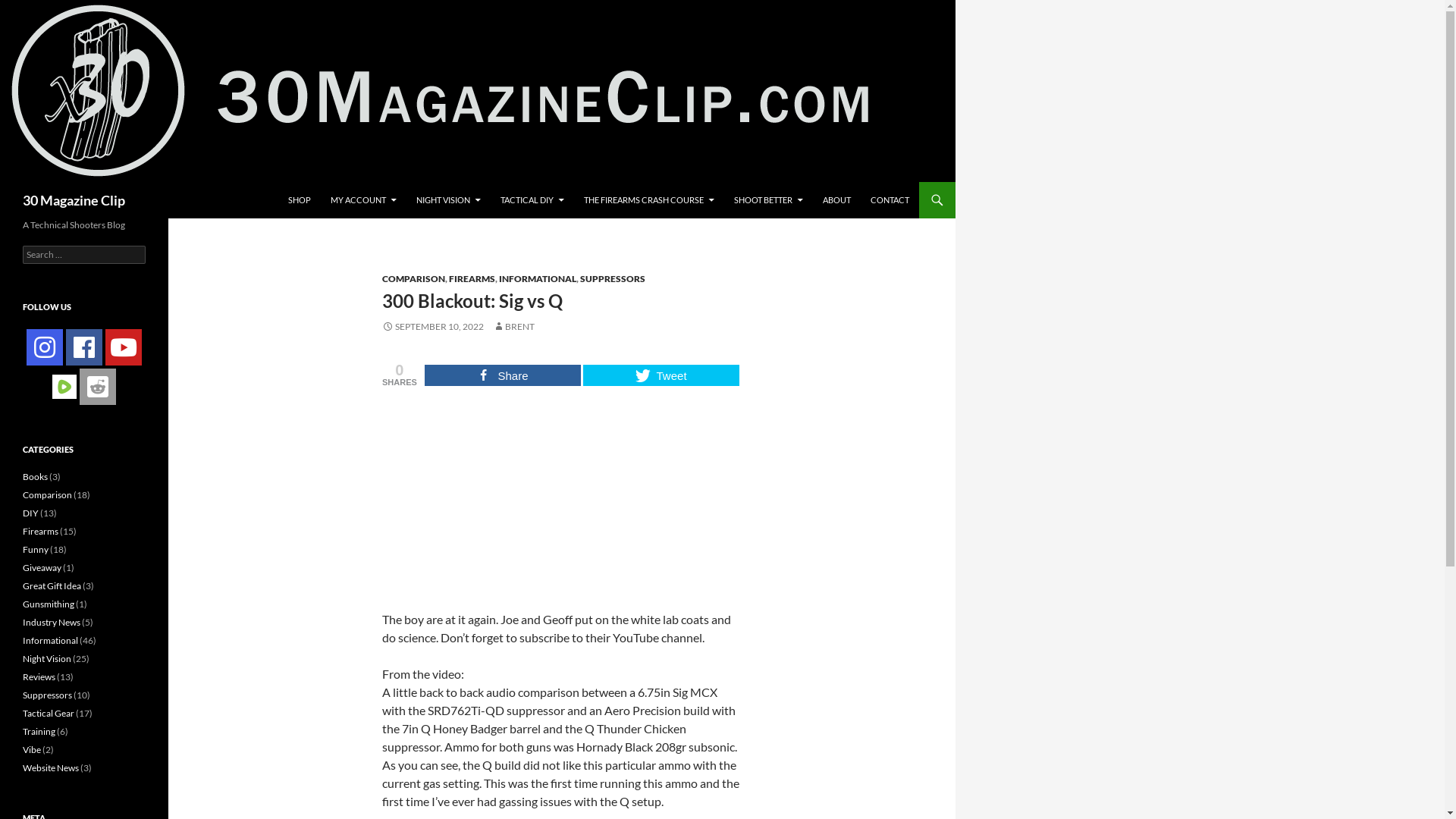 The image size is (1456, 819). What do you see at coordinates (413, 278) in the screenshot?
I see `'COMPARISON'` at bounding box center [413, 278].